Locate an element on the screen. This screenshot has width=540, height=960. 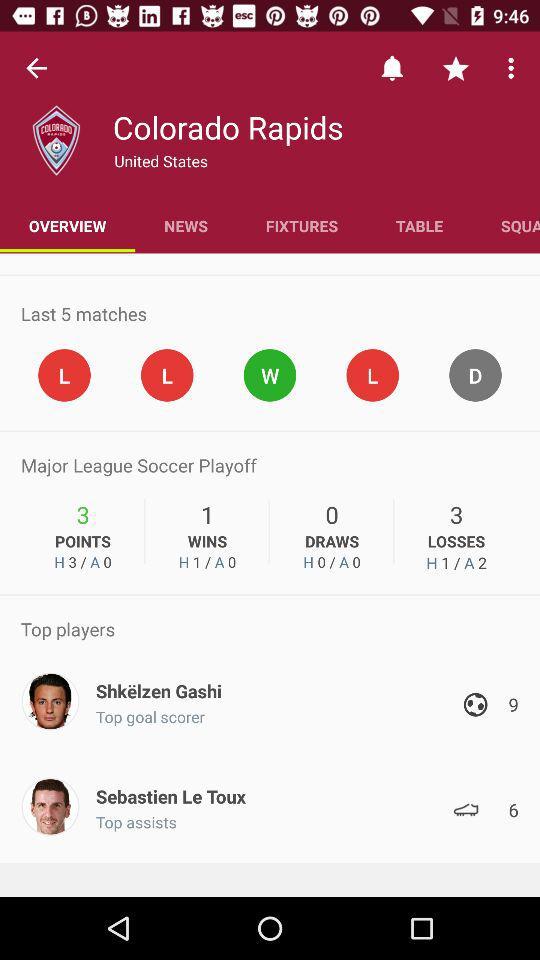
the green button of the page is located at coordinates (270, 374).